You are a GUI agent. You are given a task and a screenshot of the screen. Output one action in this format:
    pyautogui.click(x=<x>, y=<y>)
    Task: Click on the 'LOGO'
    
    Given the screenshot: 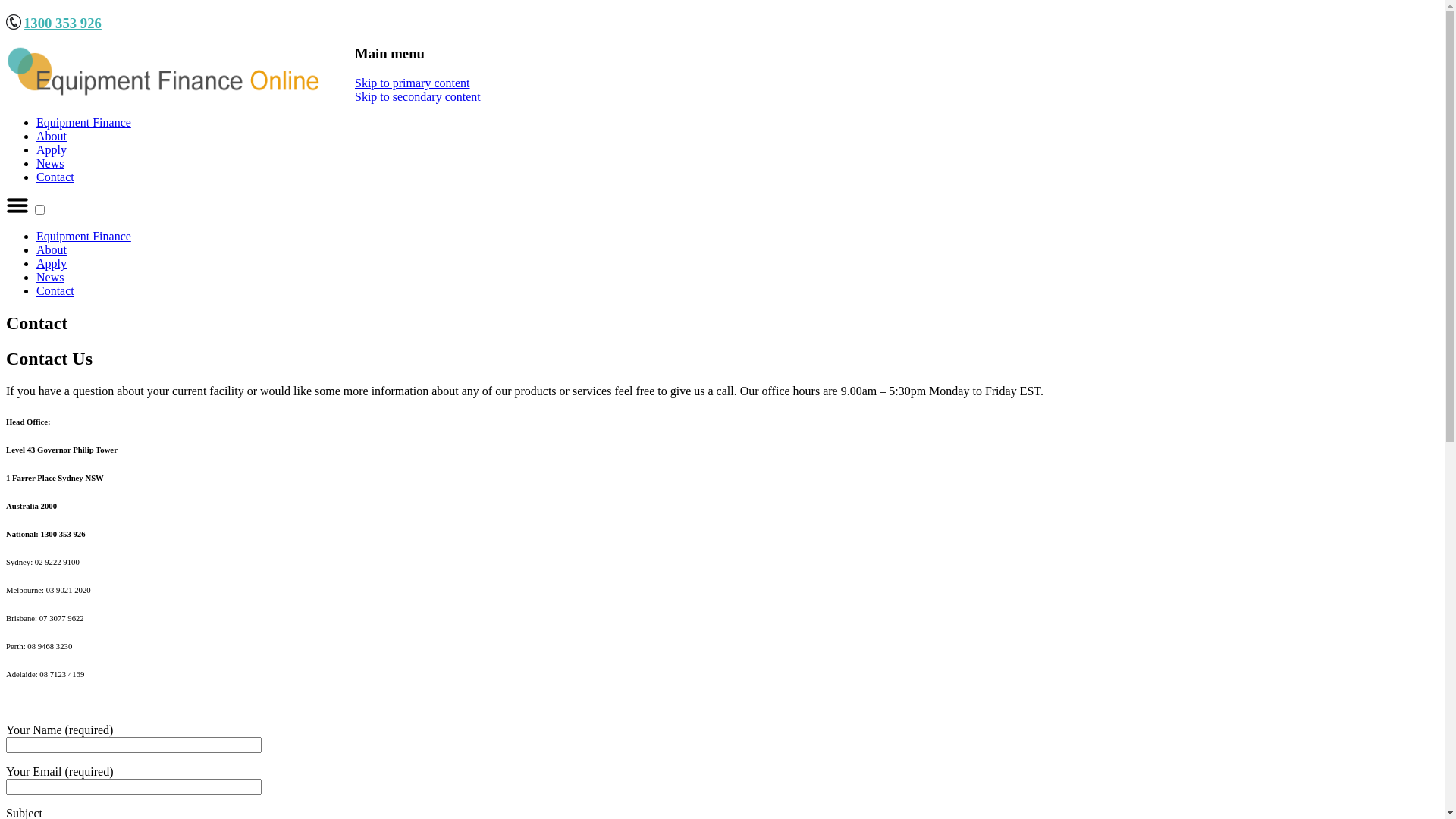 What is the action you would take?
    pyautogui.click(x=165, y=72)
    